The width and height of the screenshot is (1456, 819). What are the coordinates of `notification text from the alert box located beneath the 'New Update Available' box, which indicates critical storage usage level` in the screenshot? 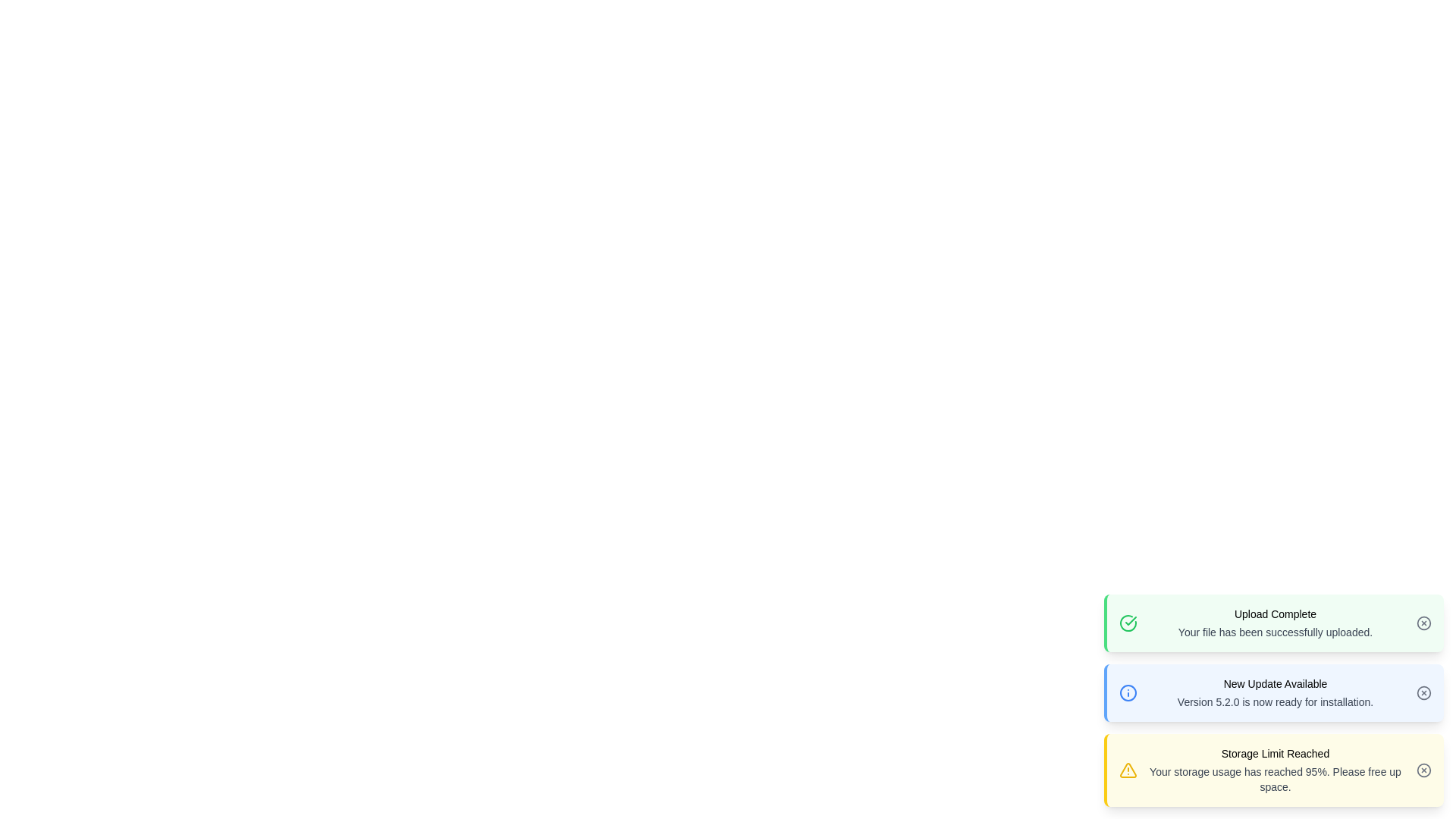 It's located at (1274, 770).